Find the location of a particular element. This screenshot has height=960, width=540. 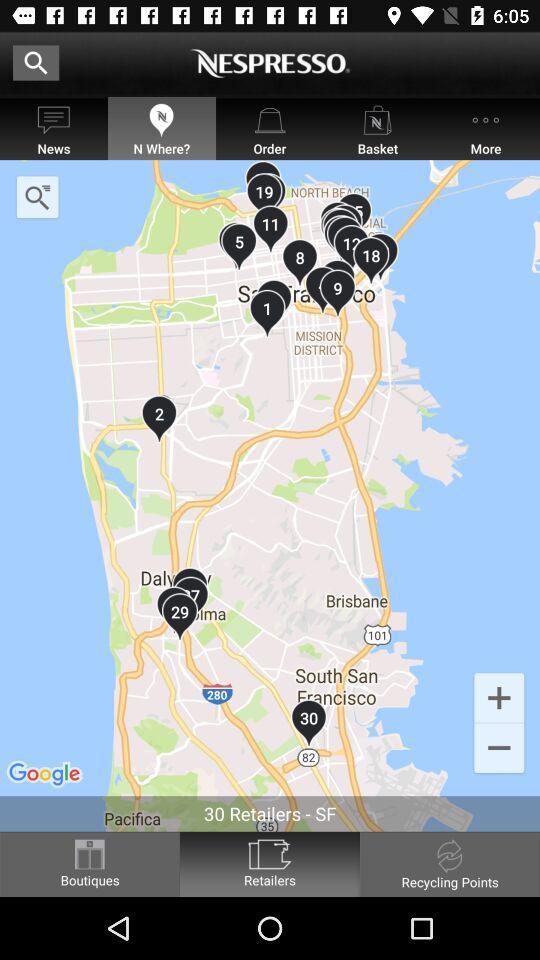

the search icon is located at coordinates (36, 62).